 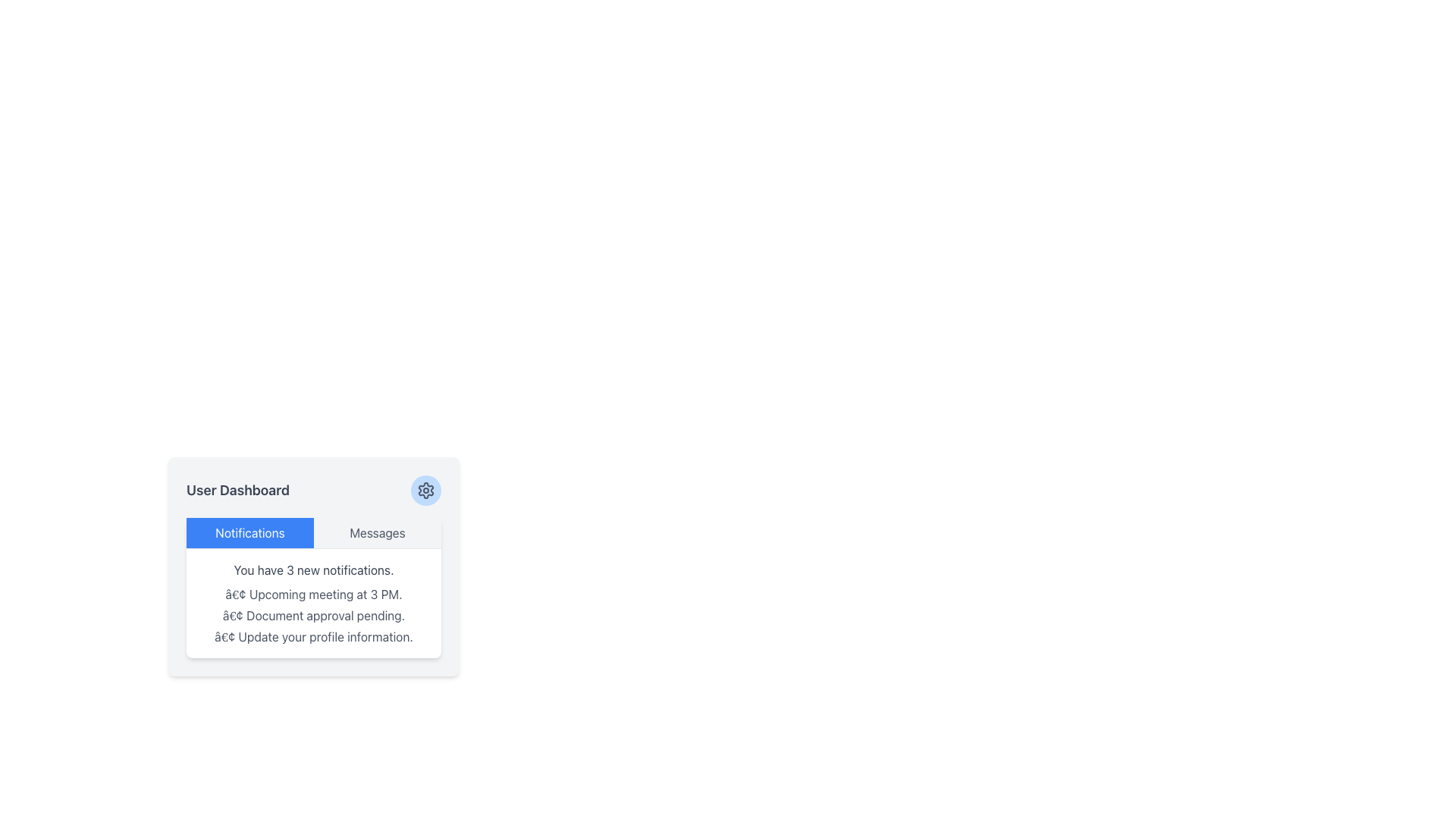 What do you see at coordinates (425, 491) in the screenshot?
I see `the SVG gear icon with a gray stroke design located within a circular button at the top-right corner of the user dashboard` at bounding box center [425, 491].